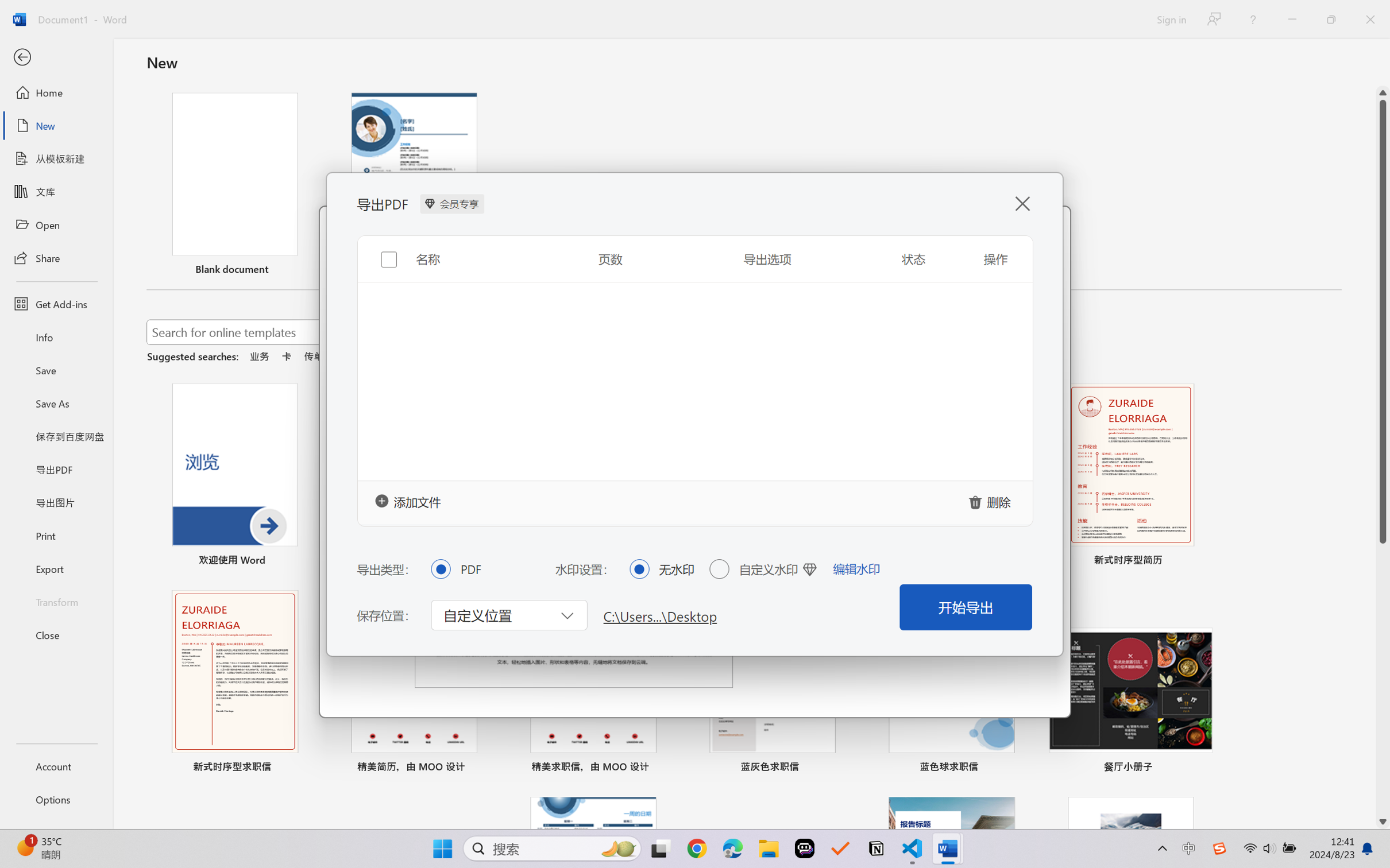 This screenshot has width=1390, height=868. What do you see at coordinates (234, 185) in the screenshot?
I see `'Blank document'` at bounding box center [234, 185].